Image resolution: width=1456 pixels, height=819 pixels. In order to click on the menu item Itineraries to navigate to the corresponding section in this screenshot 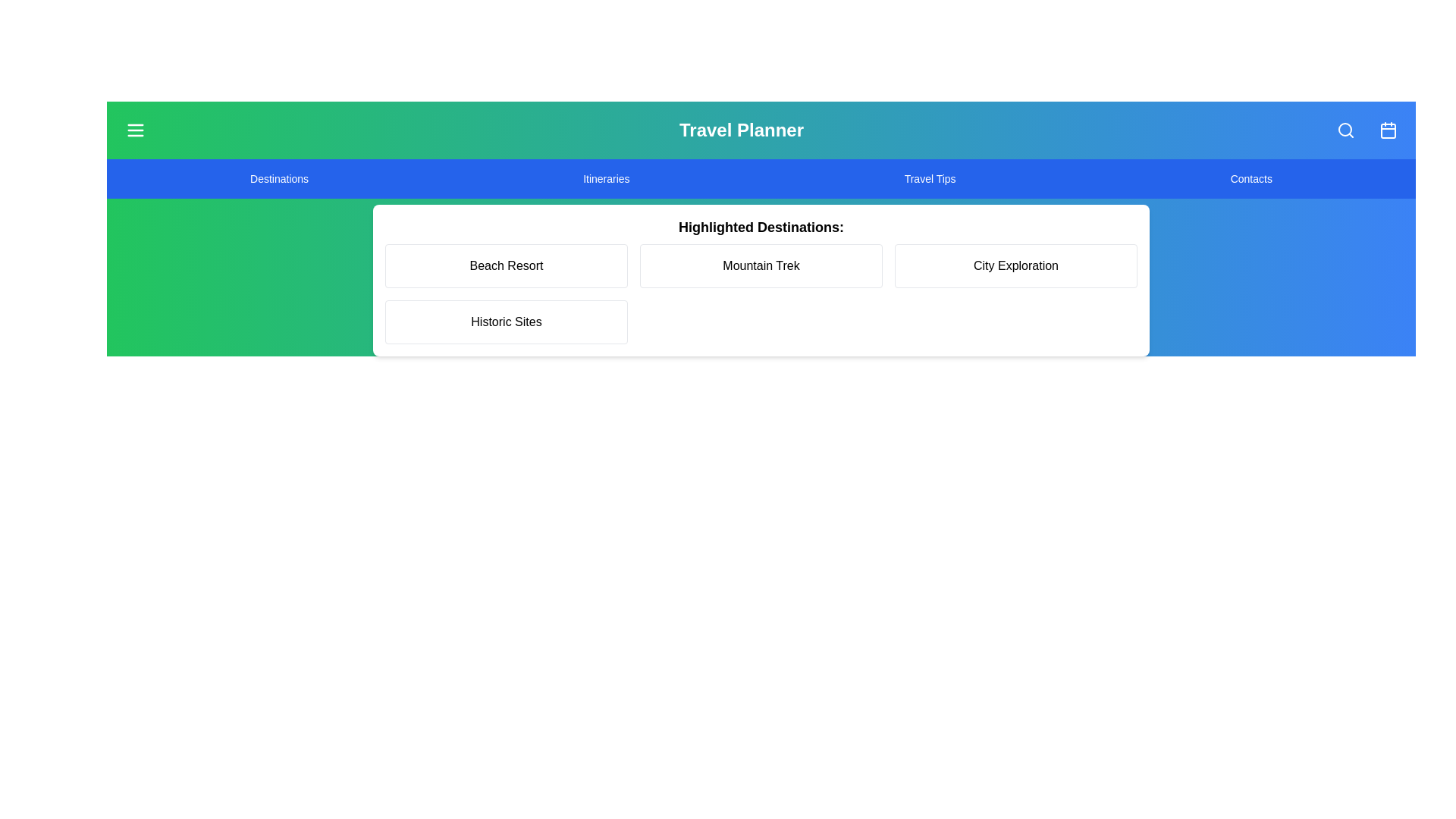, I will do `click(605, 177)`.